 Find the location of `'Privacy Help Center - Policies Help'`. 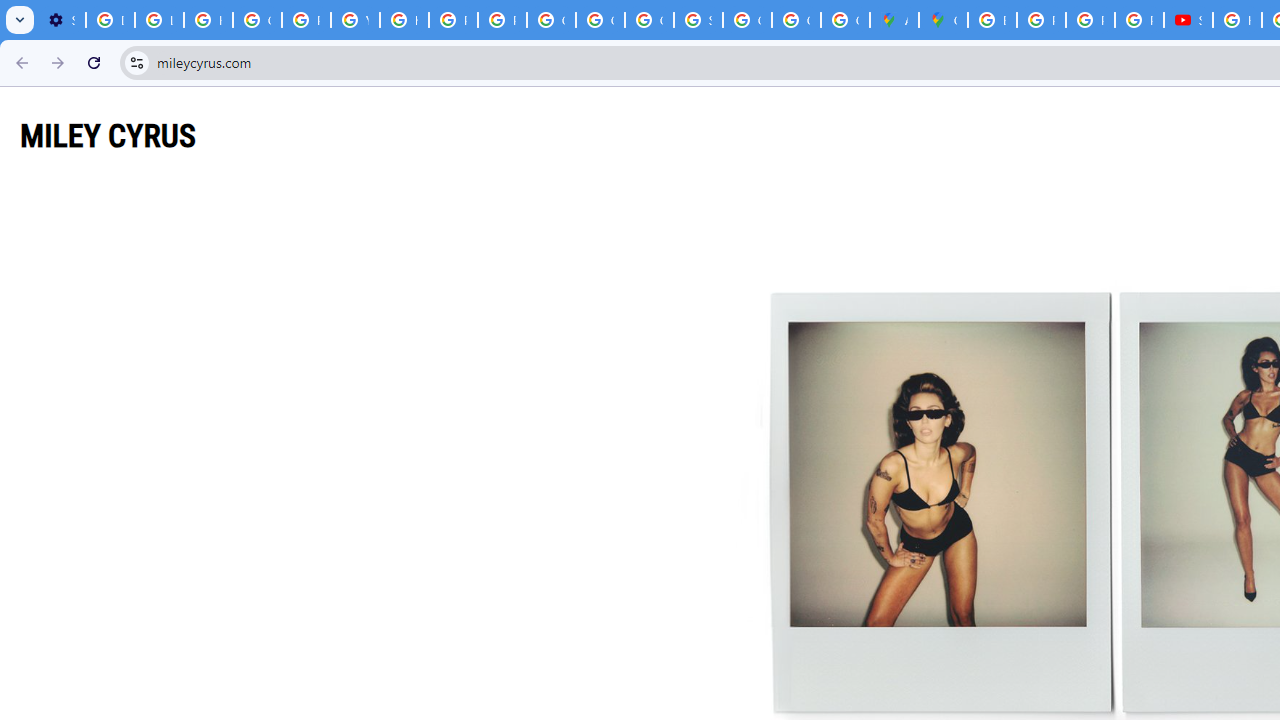

'Privacy Help Center - Policies Help' is located at coordinates (452, 20).